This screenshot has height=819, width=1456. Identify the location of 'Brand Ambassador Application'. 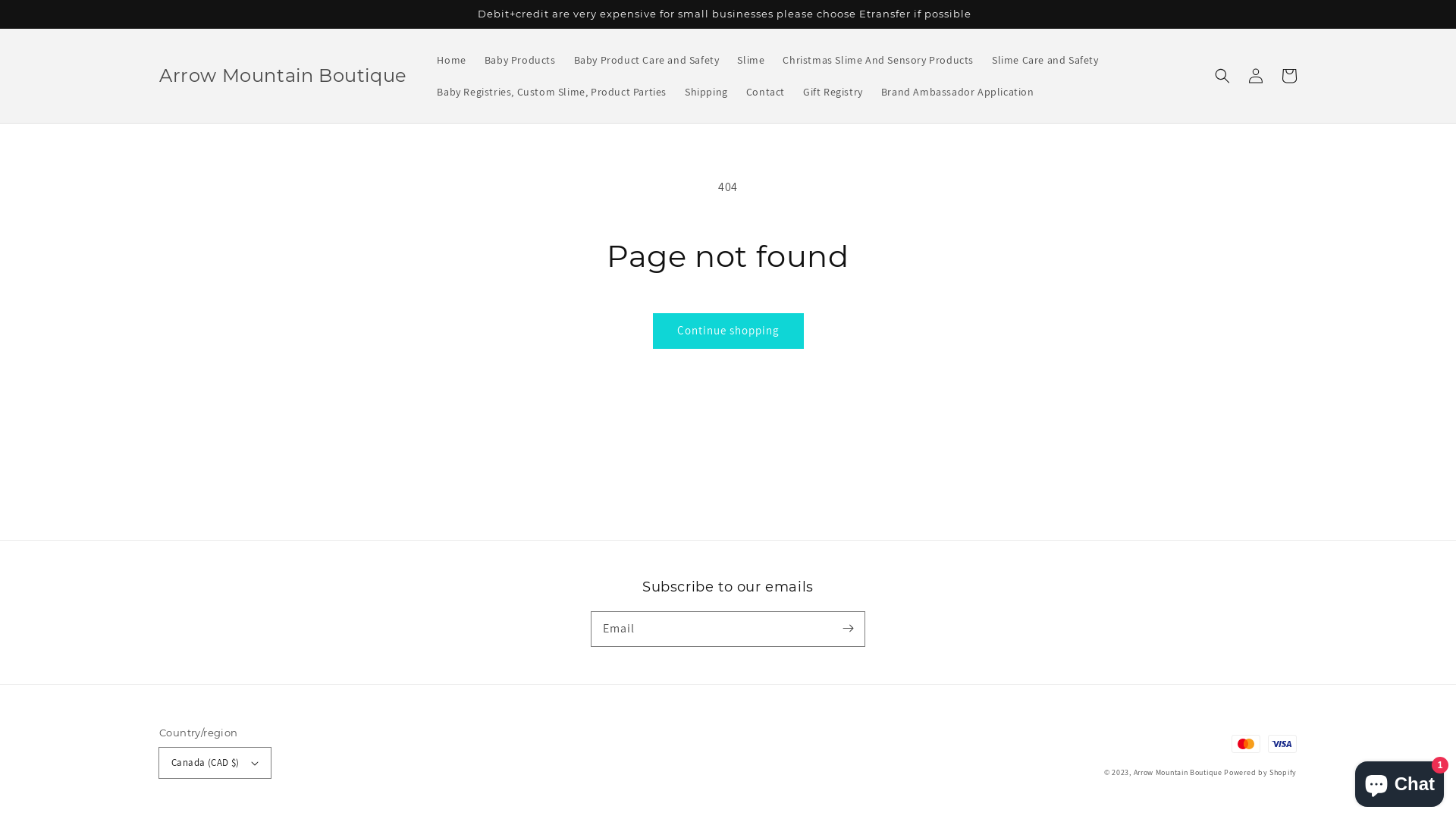
(956, 91).